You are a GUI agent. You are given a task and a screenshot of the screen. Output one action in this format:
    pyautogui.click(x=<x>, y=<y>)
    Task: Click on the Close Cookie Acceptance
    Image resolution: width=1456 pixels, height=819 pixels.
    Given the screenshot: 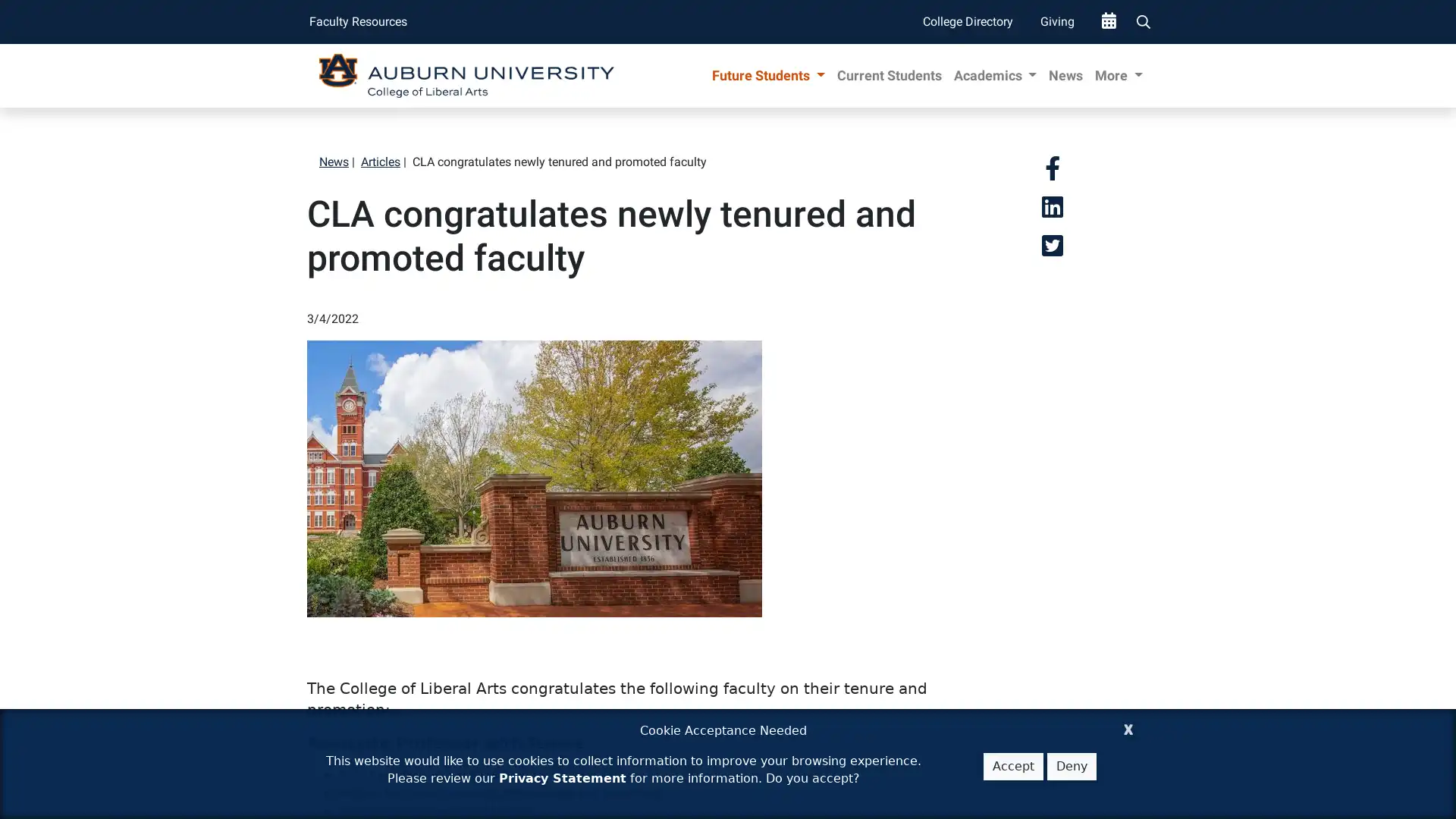 What is the action you would take?
    pyautogui.click(x=1128, y=726)
    